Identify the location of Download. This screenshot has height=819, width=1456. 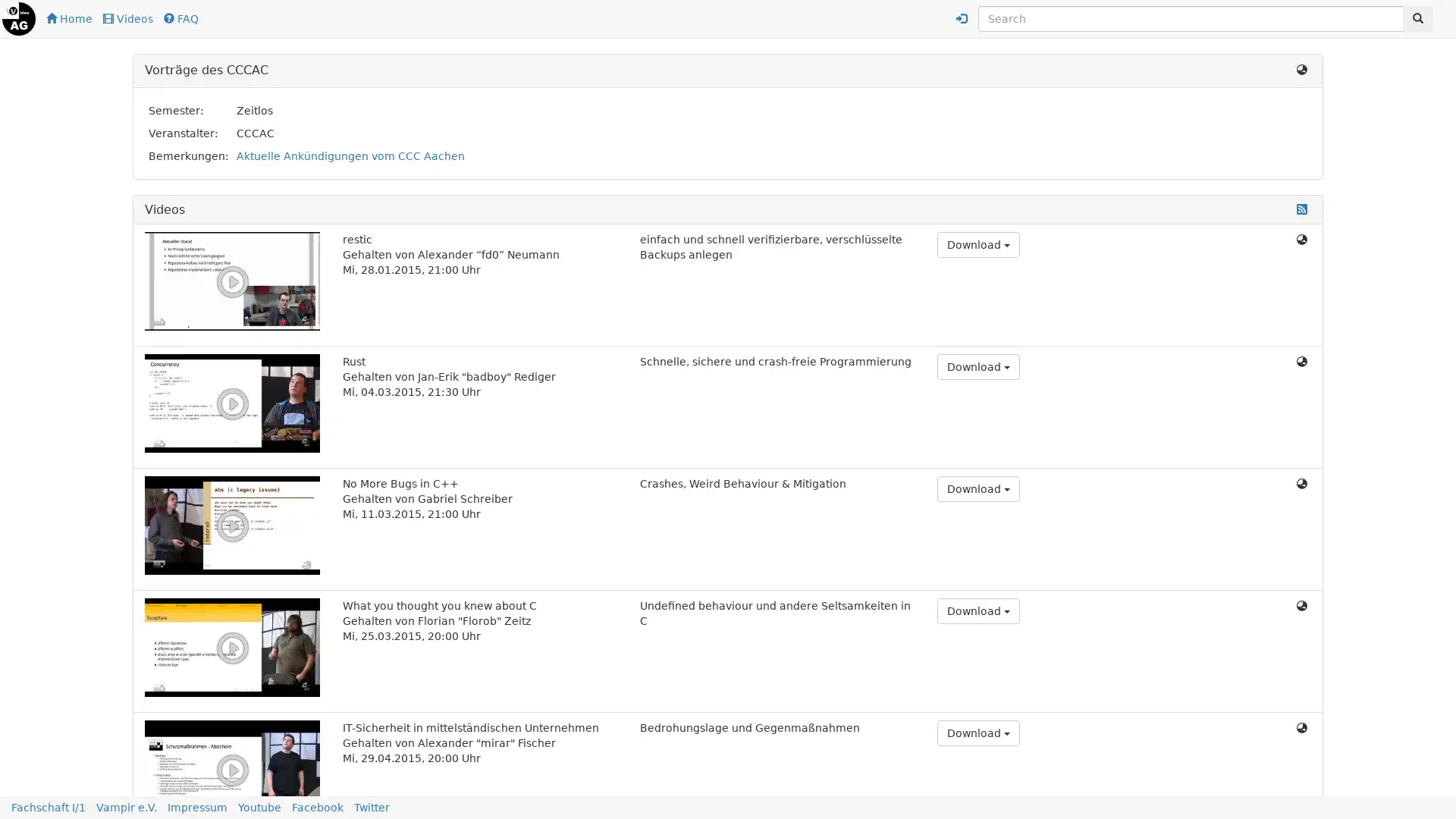
(978, 610).